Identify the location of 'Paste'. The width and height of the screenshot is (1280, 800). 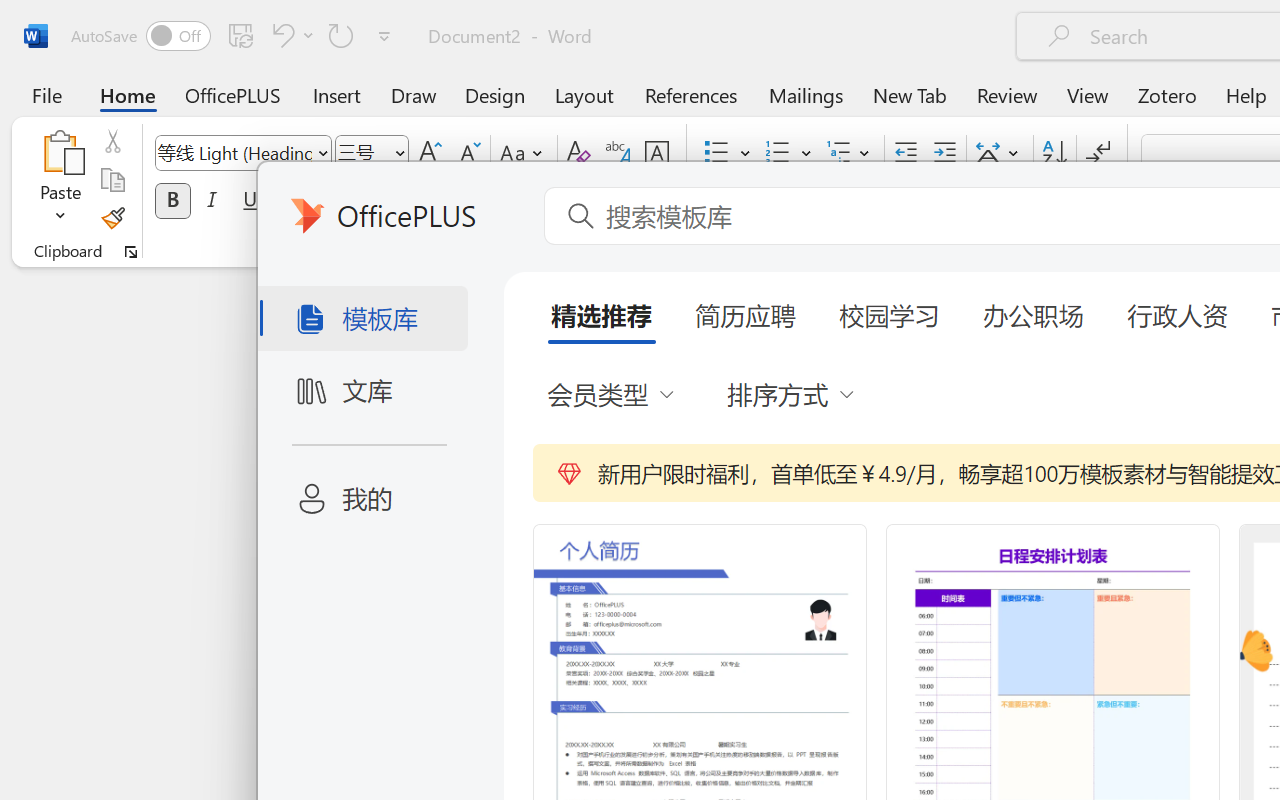
(60, 179).